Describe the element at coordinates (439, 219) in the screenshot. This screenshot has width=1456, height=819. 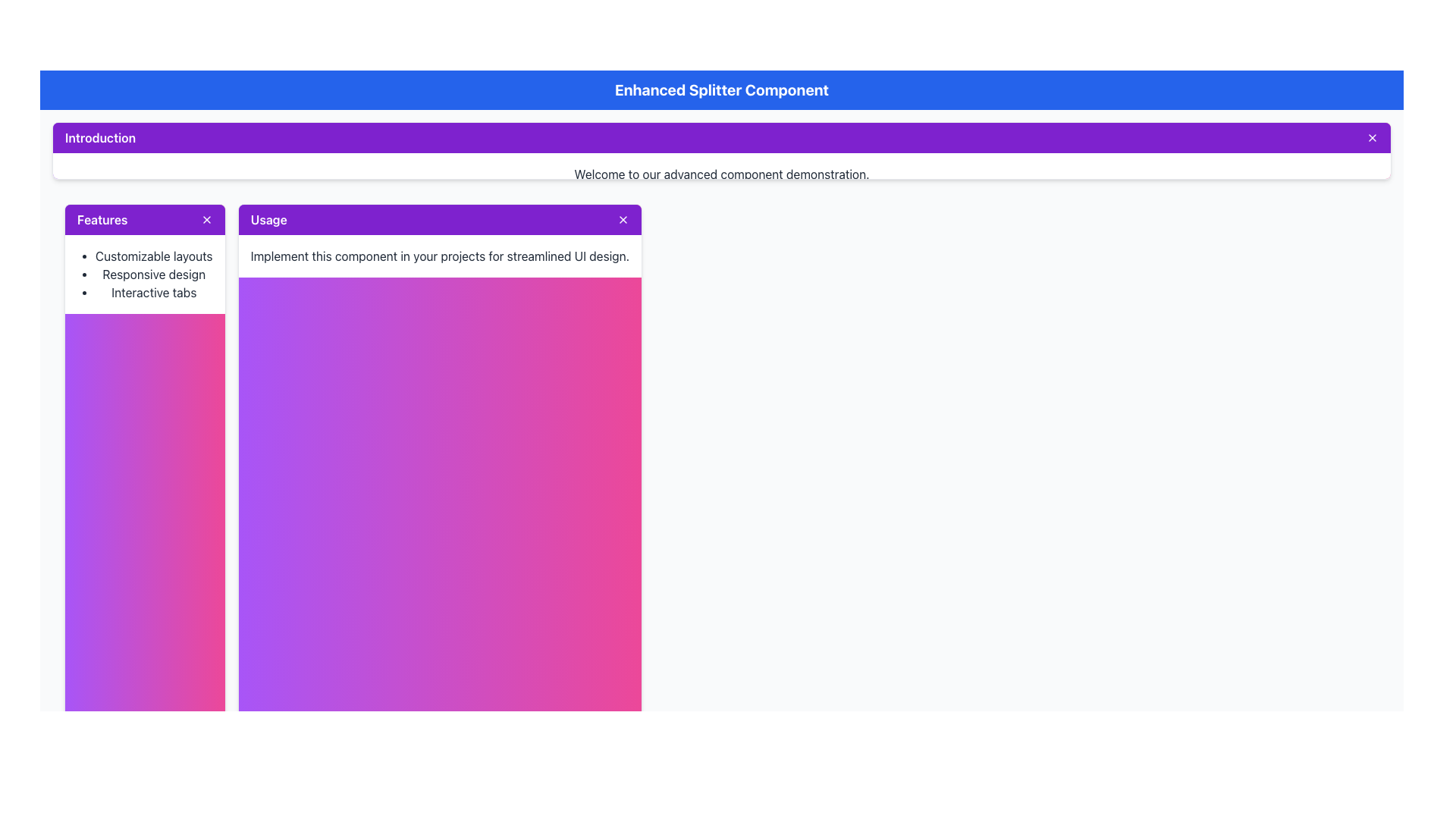
I see `the 'Usage' tab located at the top of the content card, which features a purple gradient background and a close button on the right` at that location.